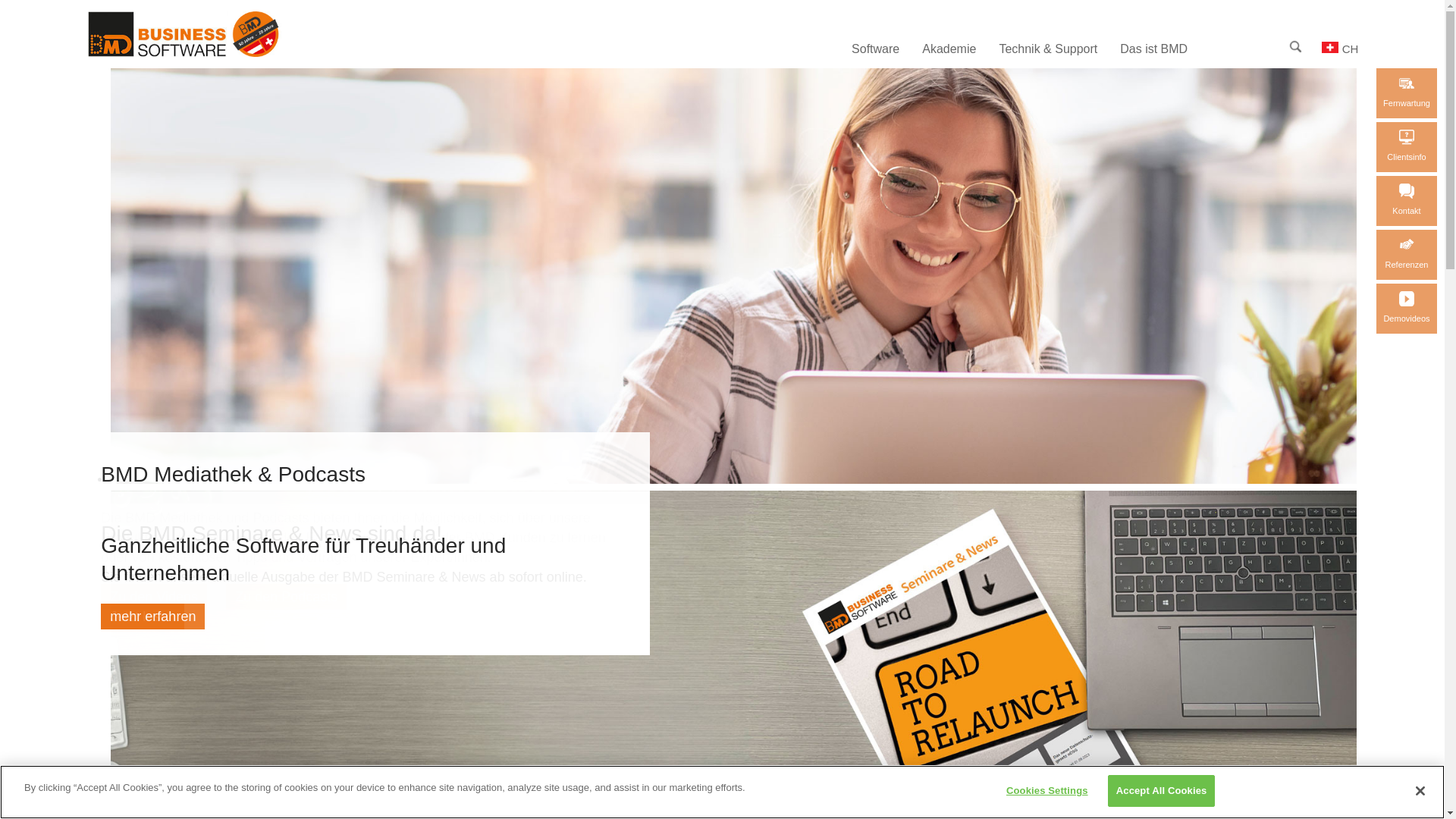 The width and height of the screenshot is (1456, 819). What do you see at coordinates (1288, 45) in the screenshot?
I see `'Suche'` at bounding box center [1288, 45].